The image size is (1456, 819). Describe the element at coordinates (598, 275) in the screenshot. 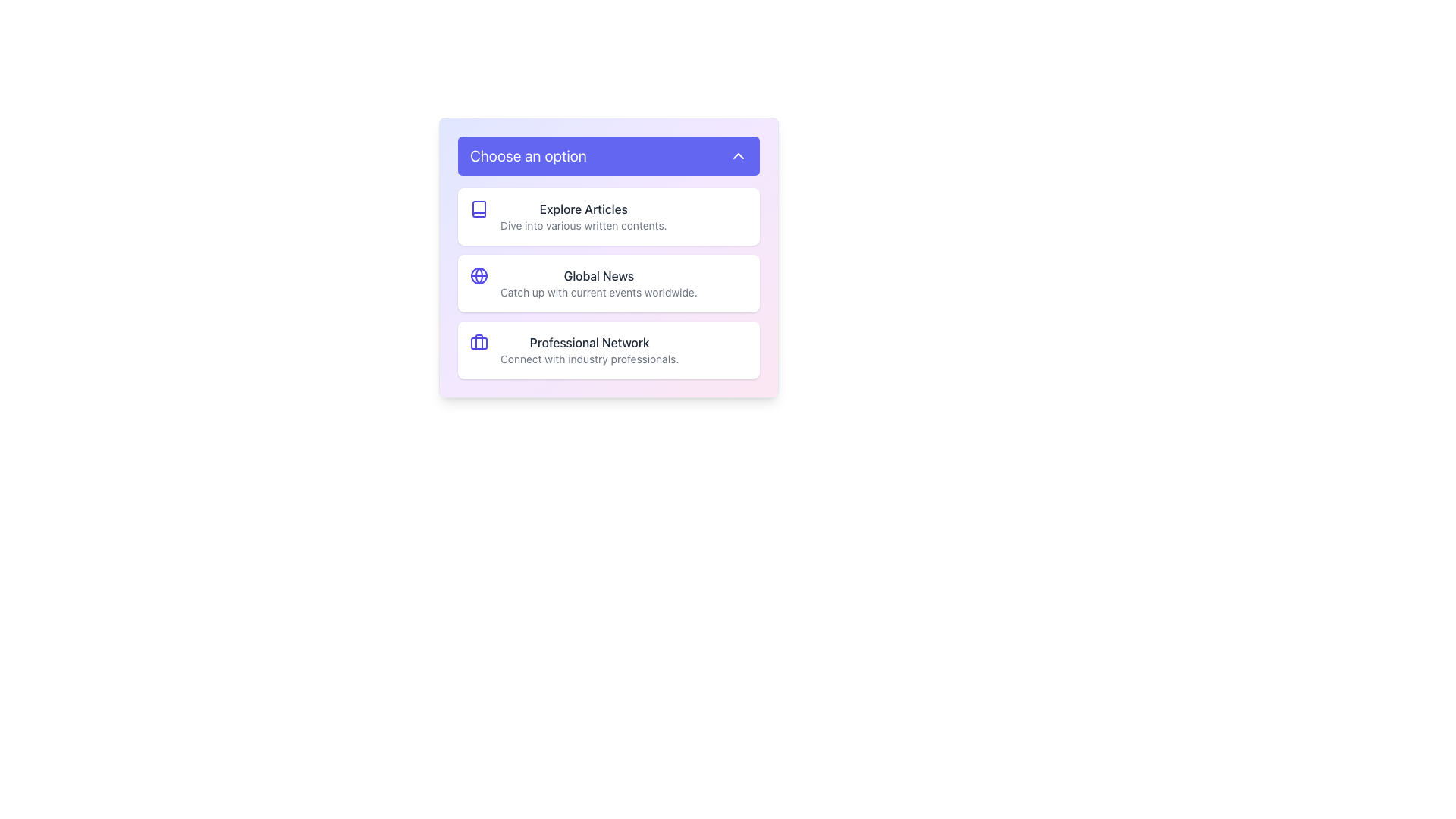

I see `the Text Label located between 'Explore Articles' above and 'Catch up with current events worldwide.' below in the vertical list of choices` at that location.